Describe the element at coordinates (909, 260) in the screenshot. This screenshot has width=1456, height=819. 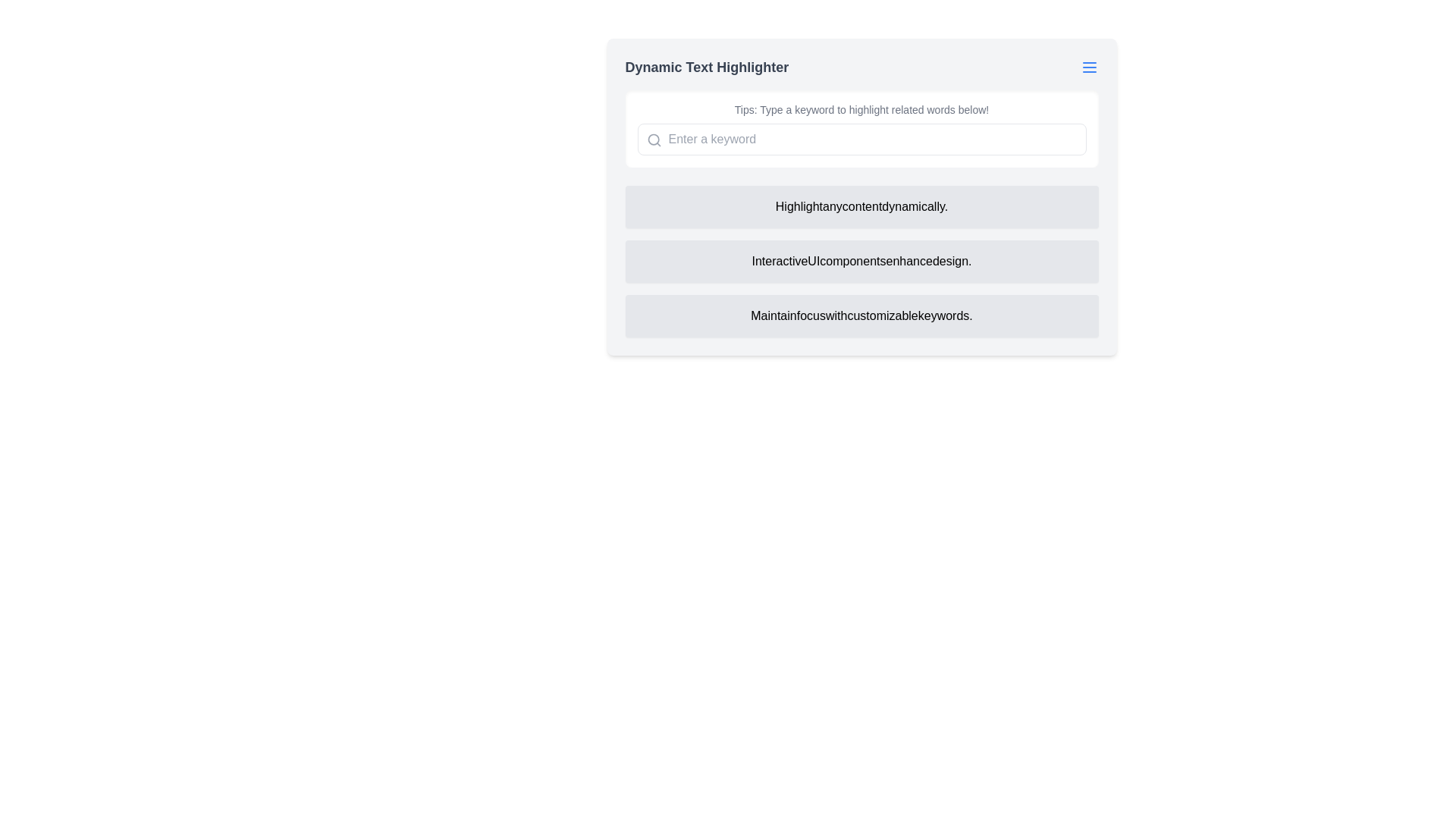
I see `the text element 'enhance' which is styled in a sans-serif font and is the fourth word in the sentence 'Interactive UI components enhance design.'` at that location.